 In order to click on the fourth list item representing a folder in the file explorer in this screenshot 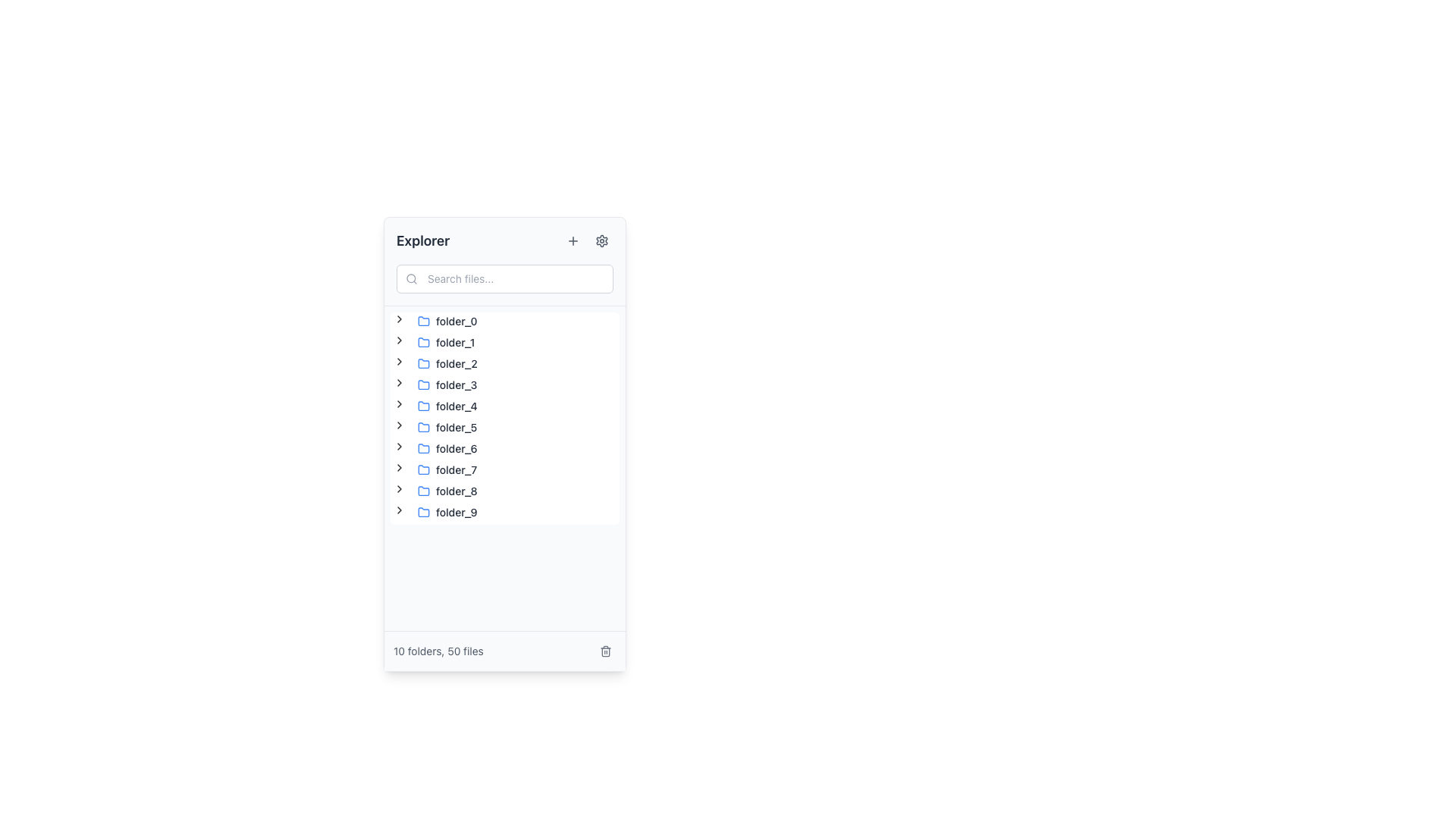, I will do `click(447, 384)`.